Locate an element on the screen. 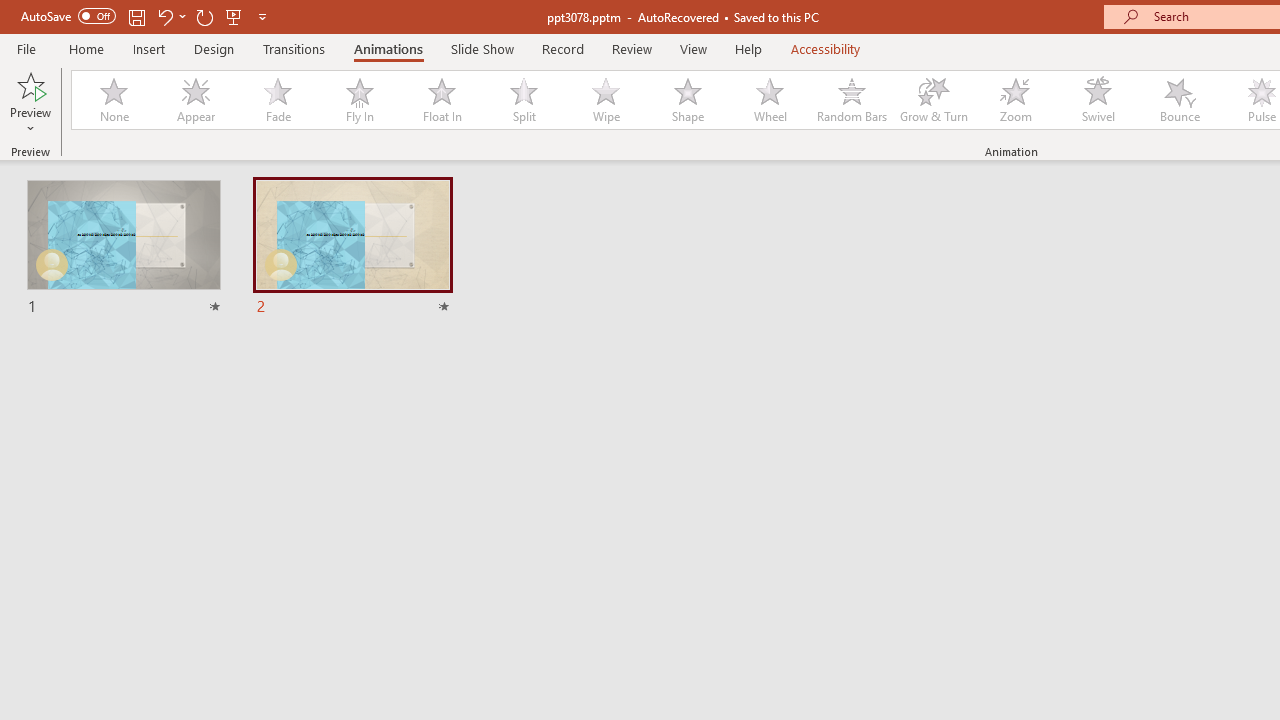  'Swivel' is located at coordinates (1097, 100).